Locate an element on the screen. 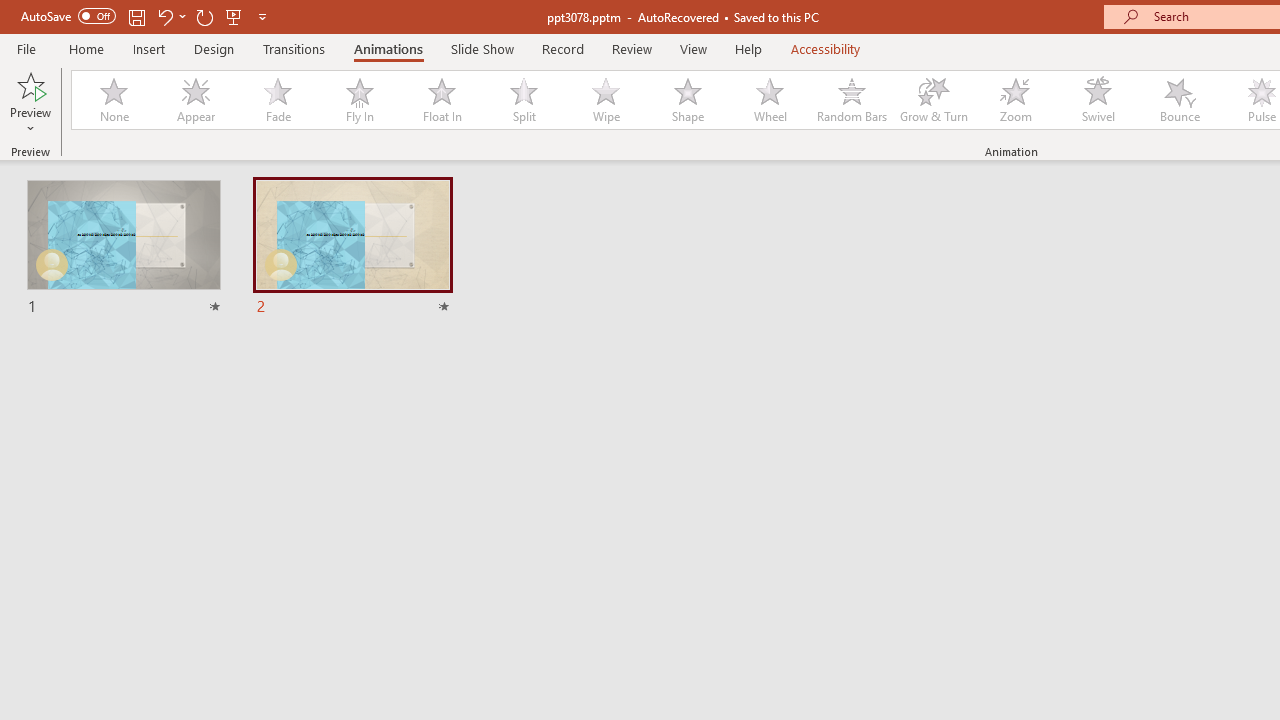  'Swivel' is located at coordinates (1097, 100).